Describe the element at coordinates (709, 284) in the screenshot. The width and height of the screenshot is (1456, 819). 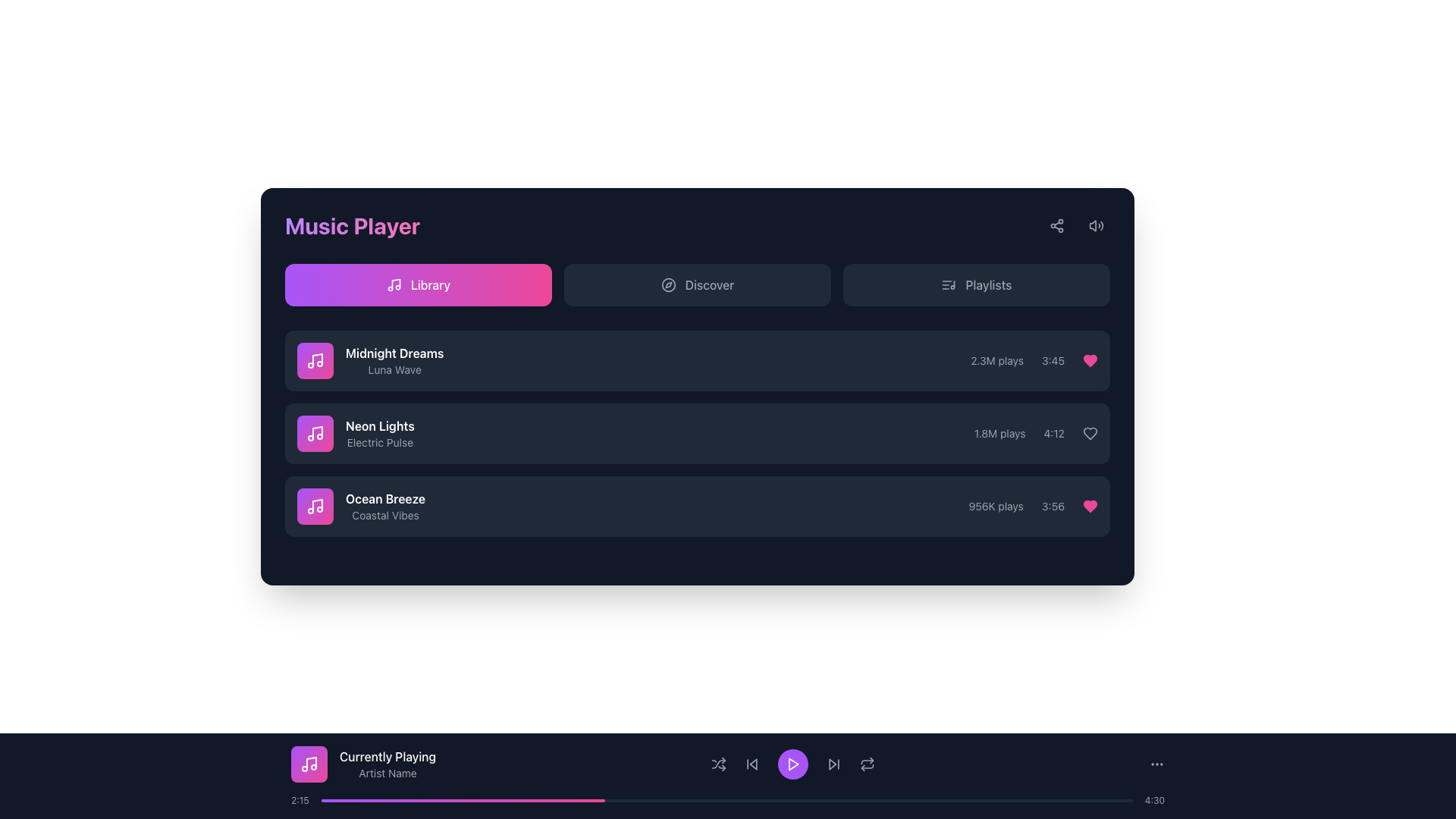
I see `the Text Label that serves as the label for the 'Discover' button` at that location.